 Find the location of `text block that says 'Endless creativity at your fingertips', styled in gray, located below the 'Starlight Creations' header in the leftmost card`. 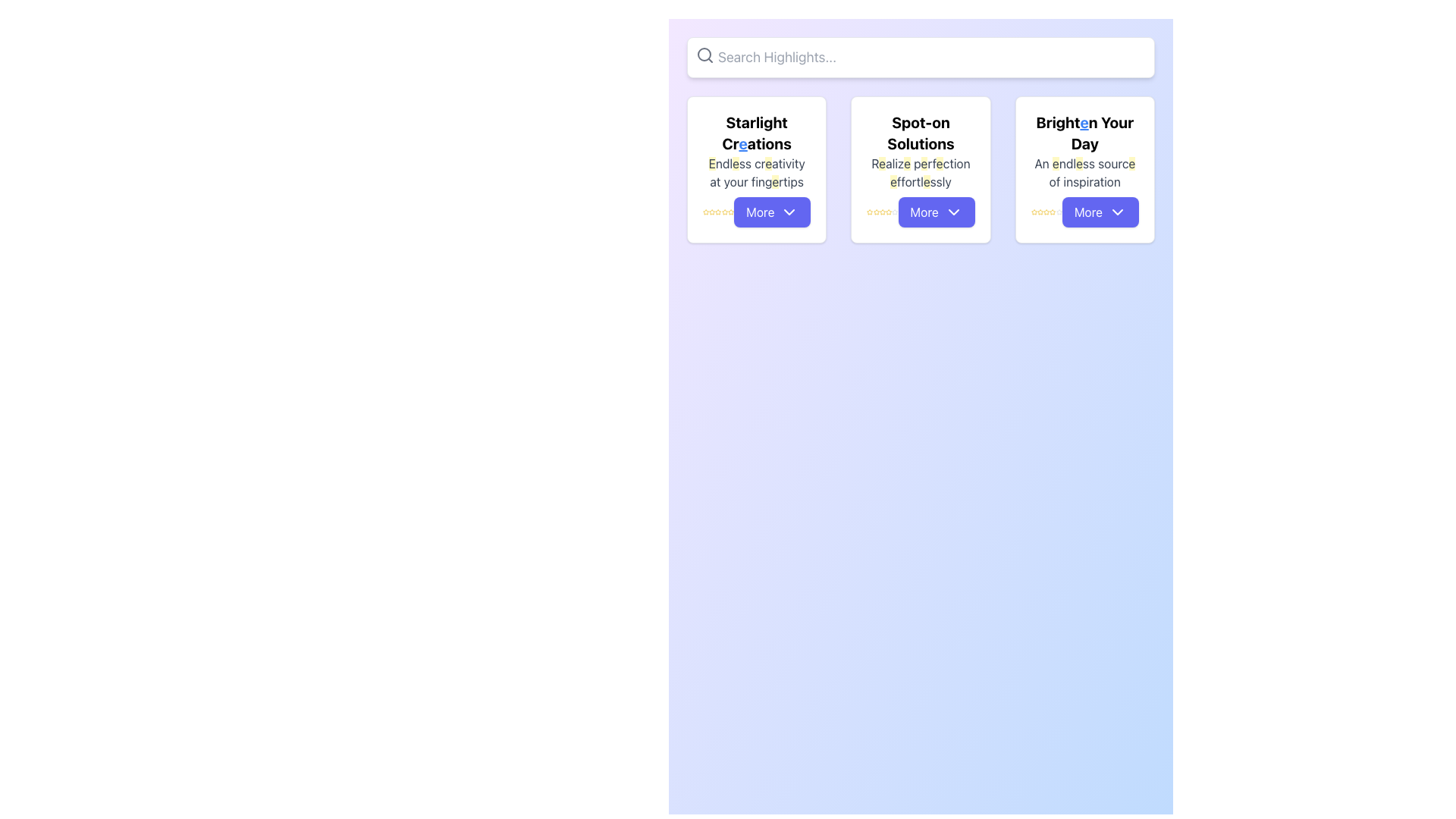

text block that says 'Endless creativity at your fingertips', styled in gray, located below the 'Starlight Creations' header in the leftmost card is located at coordinates (757, 171).